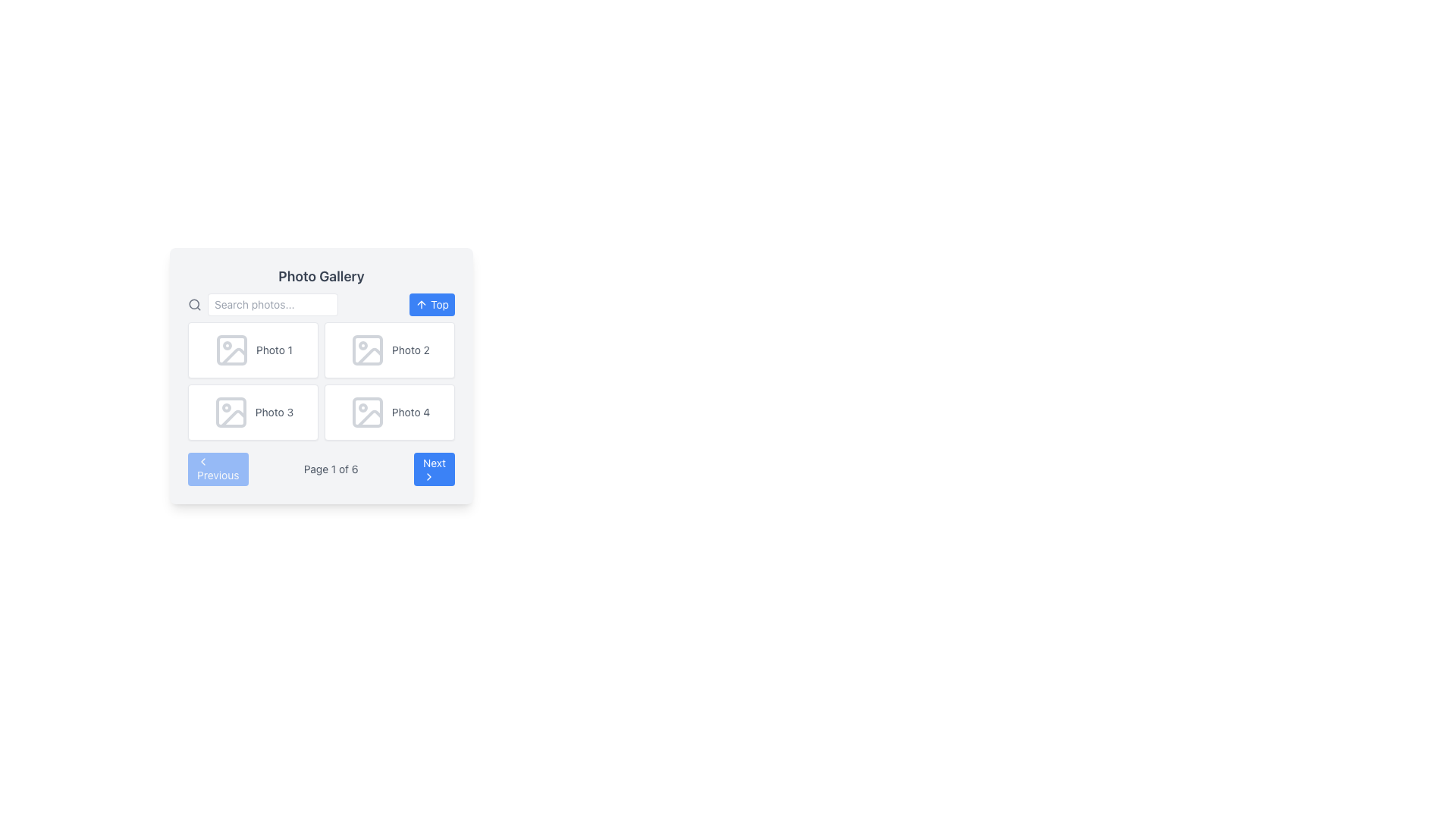 The image size is (1456, 819). I want to click on the blue rectangular button with rounded corners labeled 'Top' in the upper-right corner of the 'Photo Gallery' panel, so click(431, 304).